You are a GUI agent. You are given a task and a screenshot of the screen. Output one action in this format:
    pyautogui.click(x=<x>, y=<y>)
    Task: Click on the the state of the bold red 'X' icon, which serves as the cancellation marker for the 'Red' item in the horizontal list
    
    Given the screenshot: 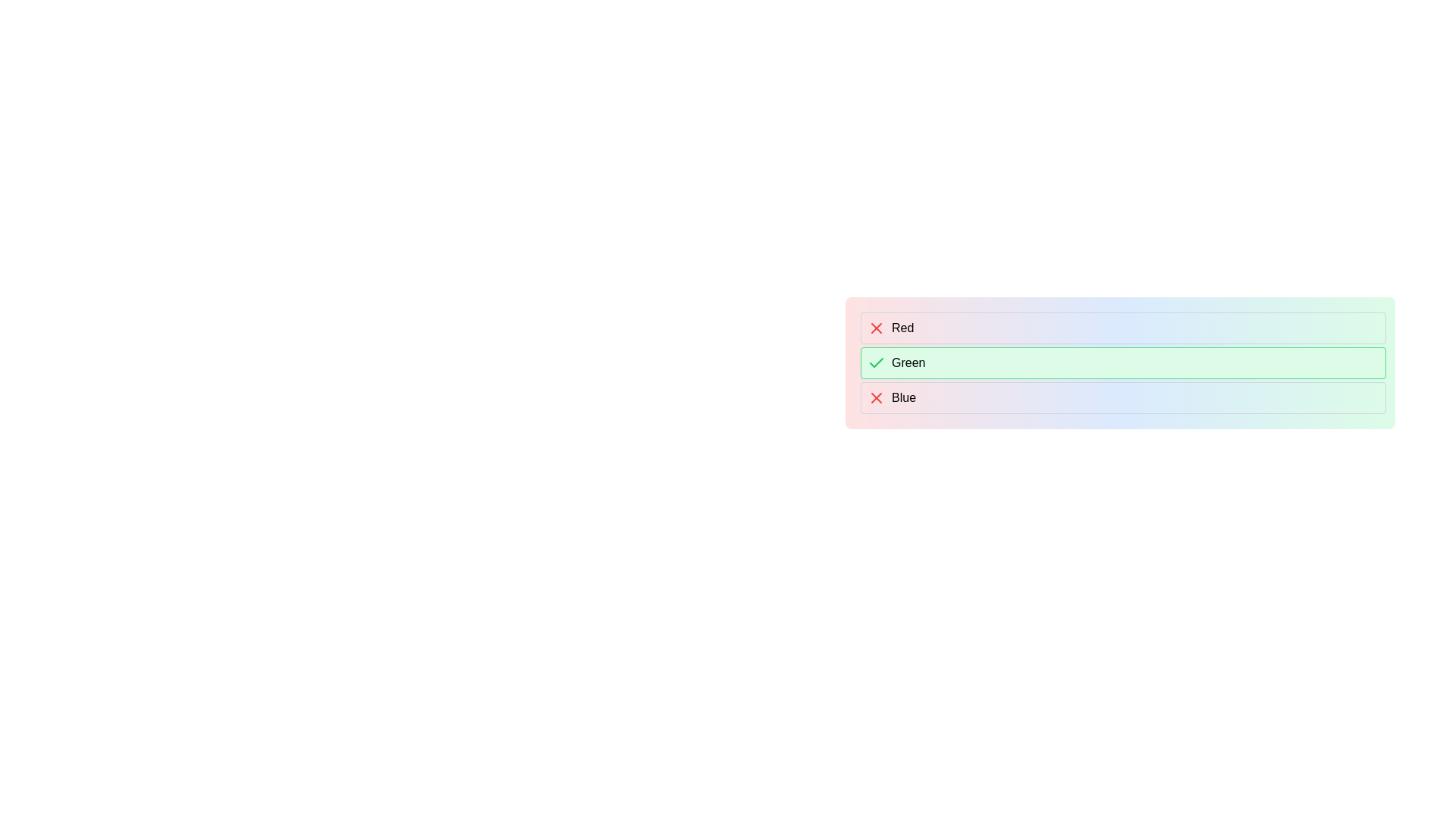 What is the action you would take?
    pyautogui.click(x=877, y=327)
    